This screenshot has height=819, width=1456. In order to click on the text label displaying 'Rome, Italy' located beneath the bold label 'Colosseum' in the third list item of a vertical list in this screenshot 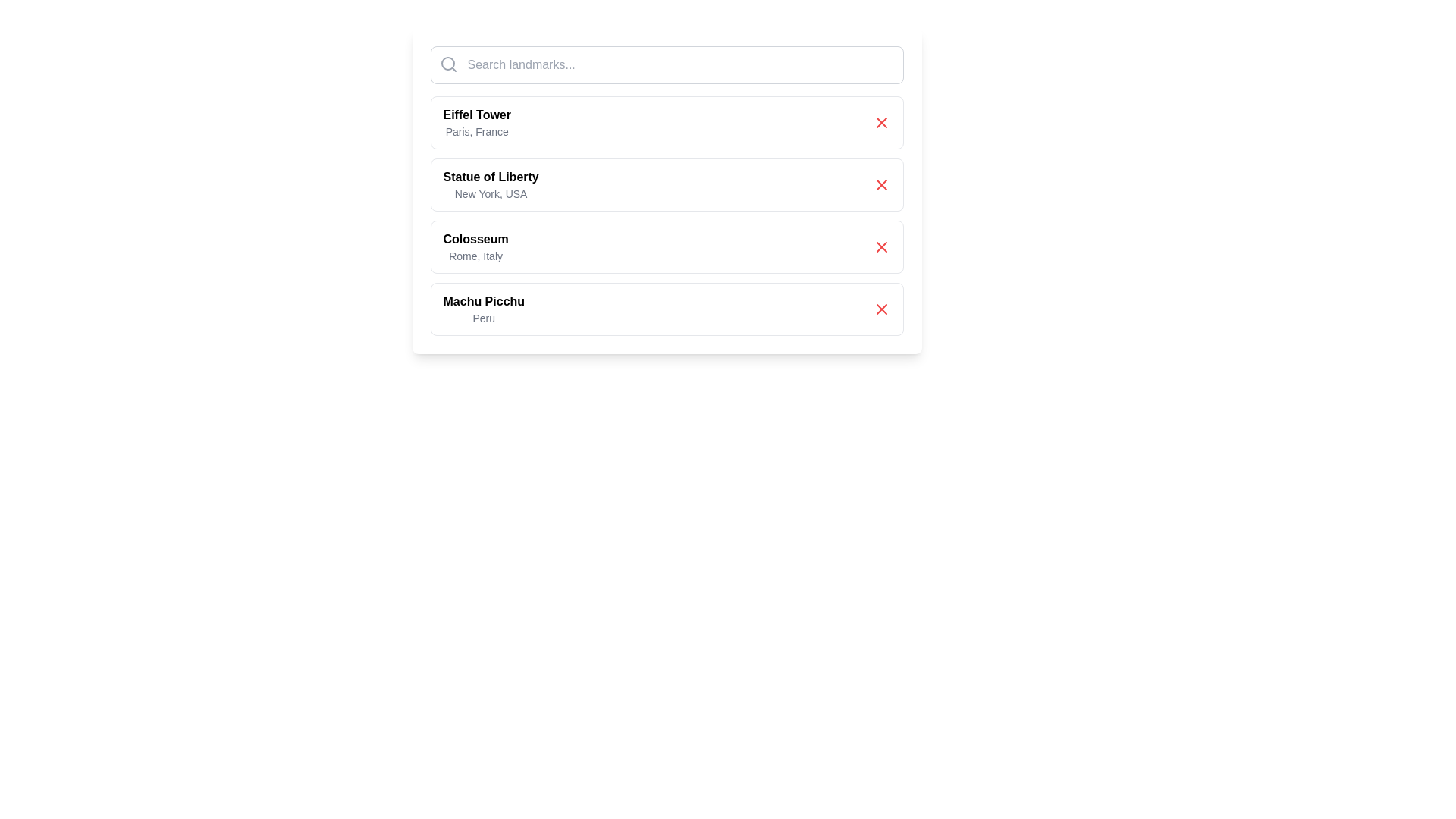, I will do `click(475, 256)`.